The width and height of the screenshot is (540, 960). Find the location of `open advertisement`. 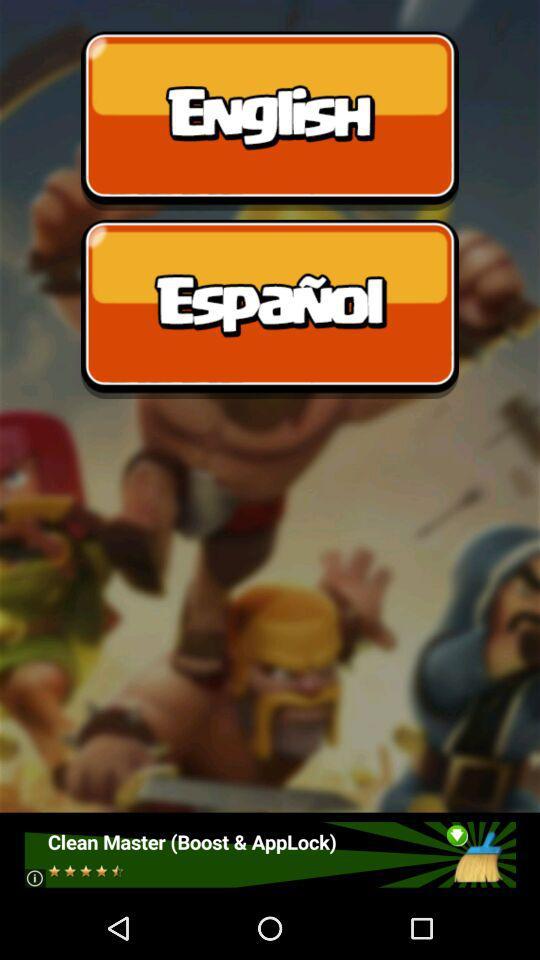

open advertisement is located at coordinates (269, 853).